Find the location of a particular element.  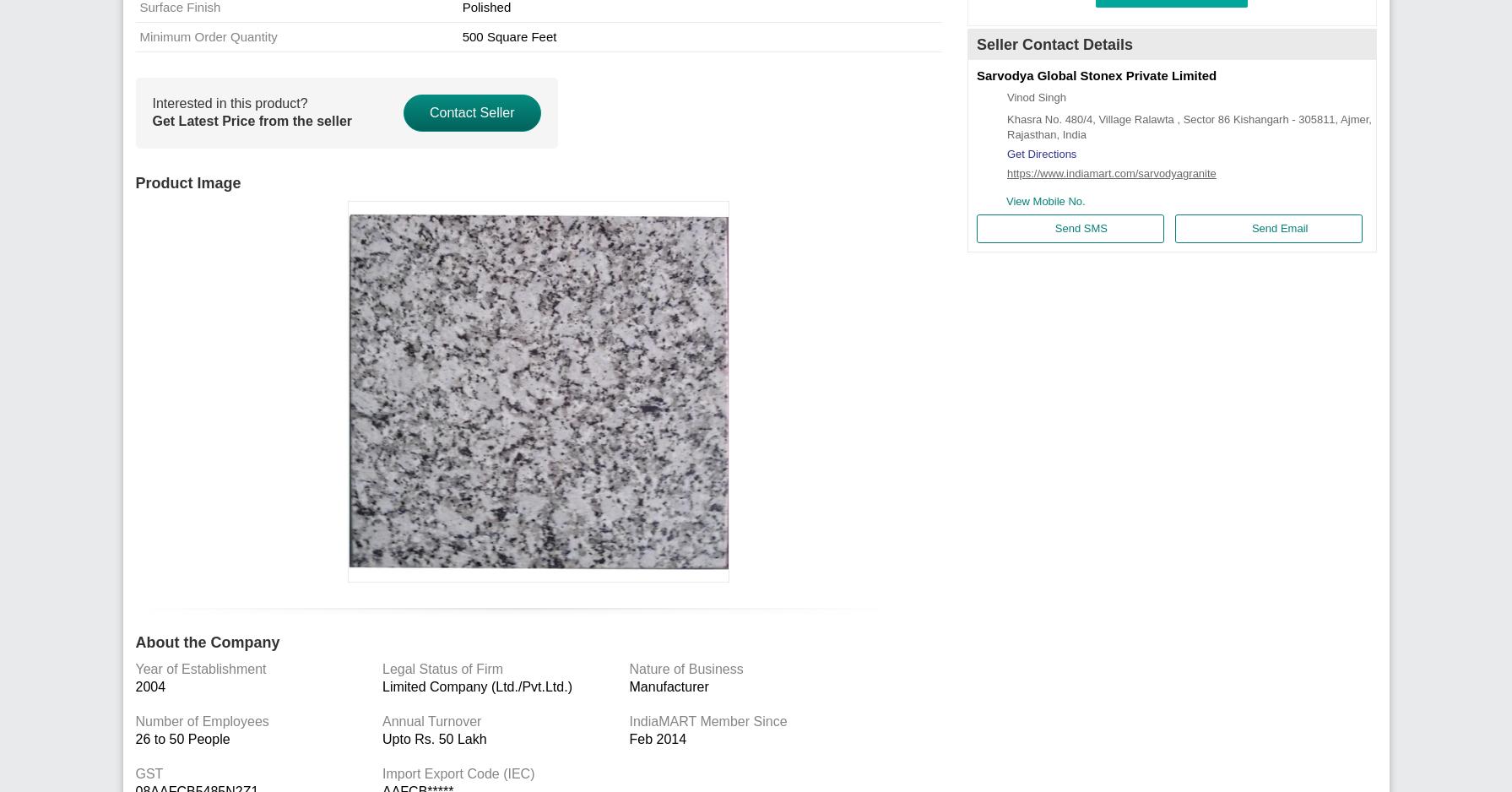

'Limited Company (Ltd./Pvt.Ltd.)' is located at coordinates (477, 686).